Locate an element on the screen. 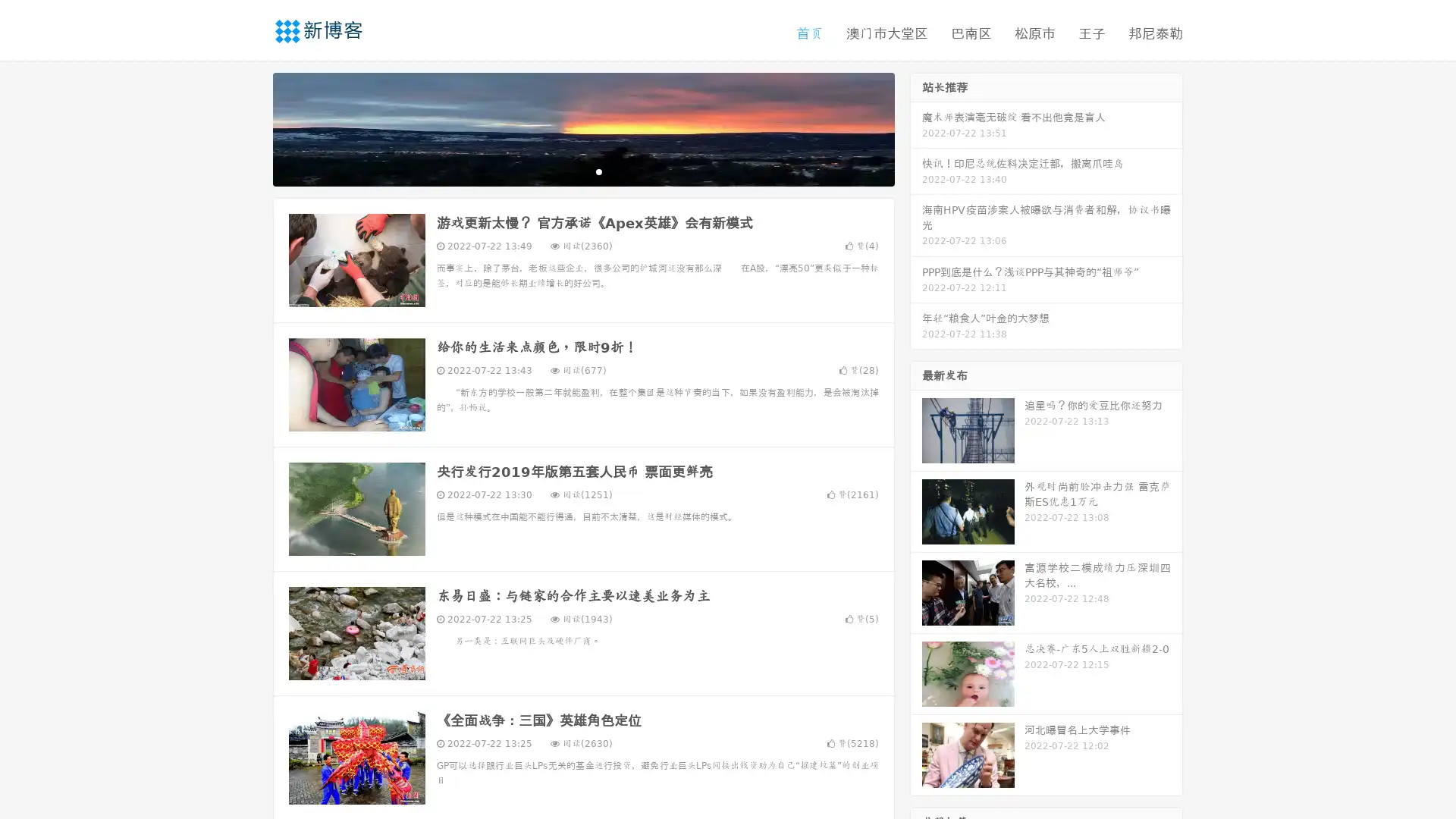 This screenshot has height=819, width=1456. Go to slide 2 is located at coordinates (582, 171).